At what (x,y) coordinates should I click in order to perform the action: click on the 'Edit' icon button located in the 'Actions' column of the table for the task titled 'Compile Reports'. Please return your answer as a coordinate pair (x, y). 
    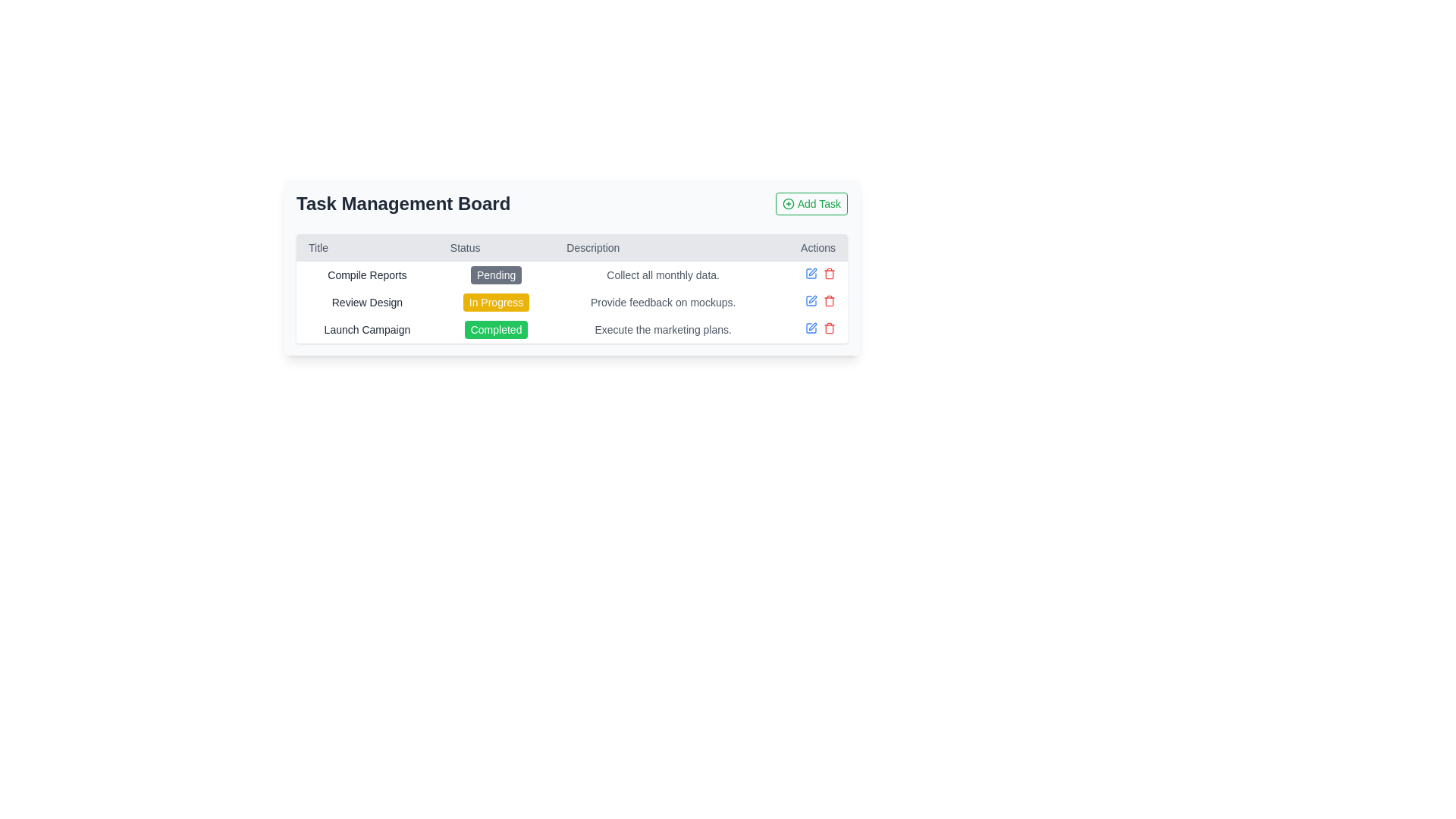
    Looking at the image, I should click on (811, 274).